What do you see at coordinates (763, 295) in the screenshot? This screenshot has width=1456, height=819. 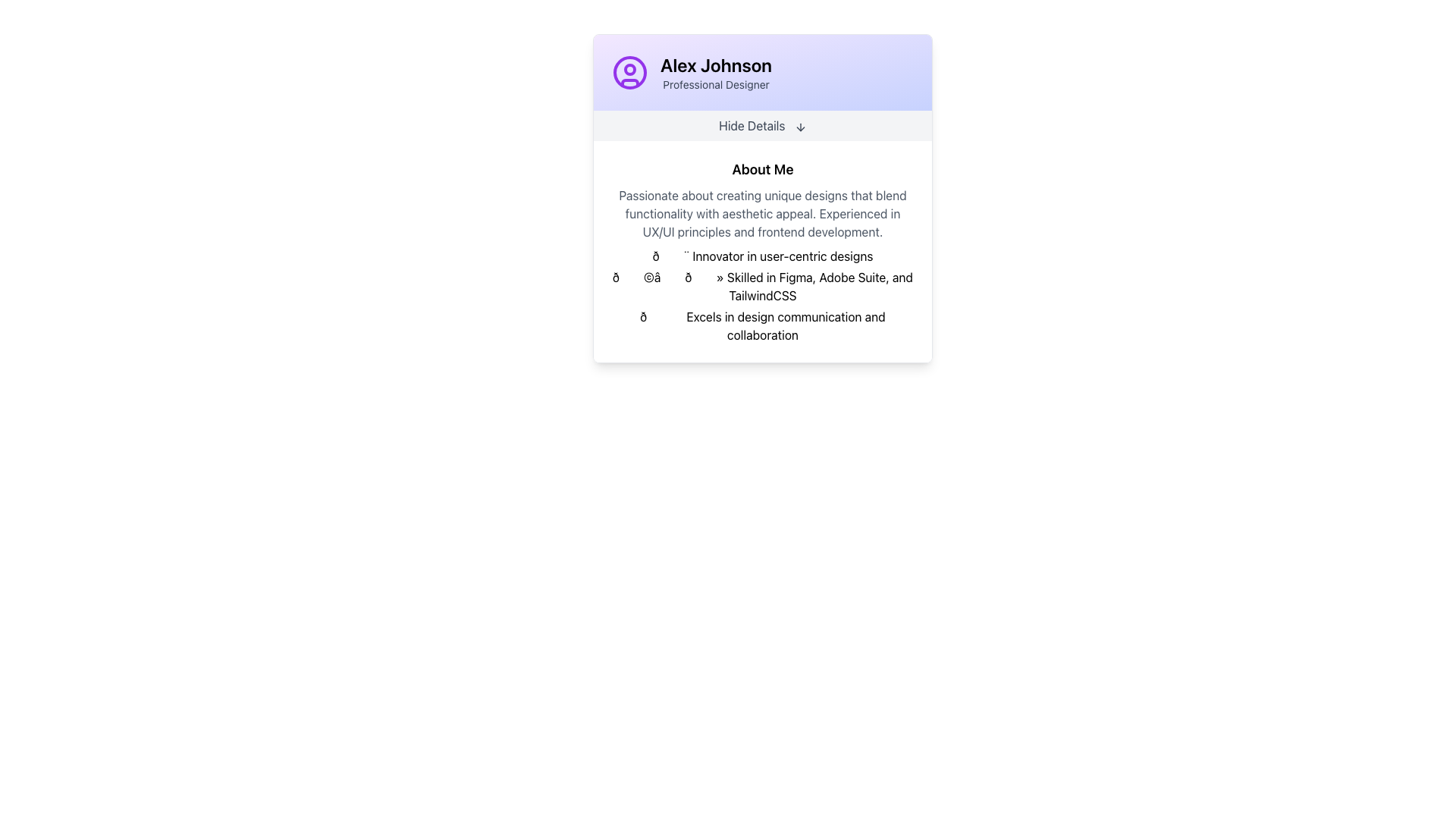 I see `detailed list of key skills, achievements, and proficiencies displayed in the Text display (list format) located in the 'About Me' section of the professional profile card` at bounding box center [763, 295].